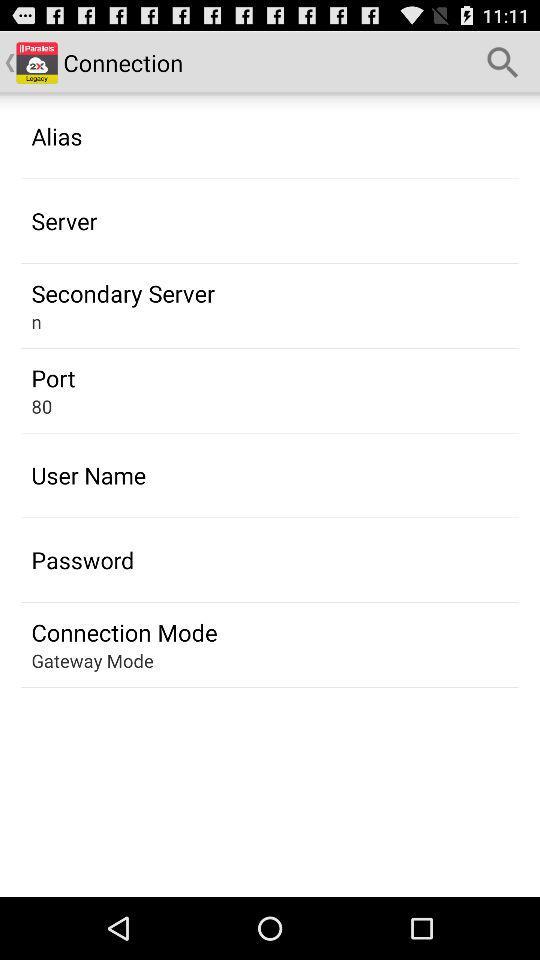 The height and width of the screenshot is (960, 540). What do you see at coordinates (123, 292) in the screenshot?
I see `the secondary server` at bounding box center [123, 292].